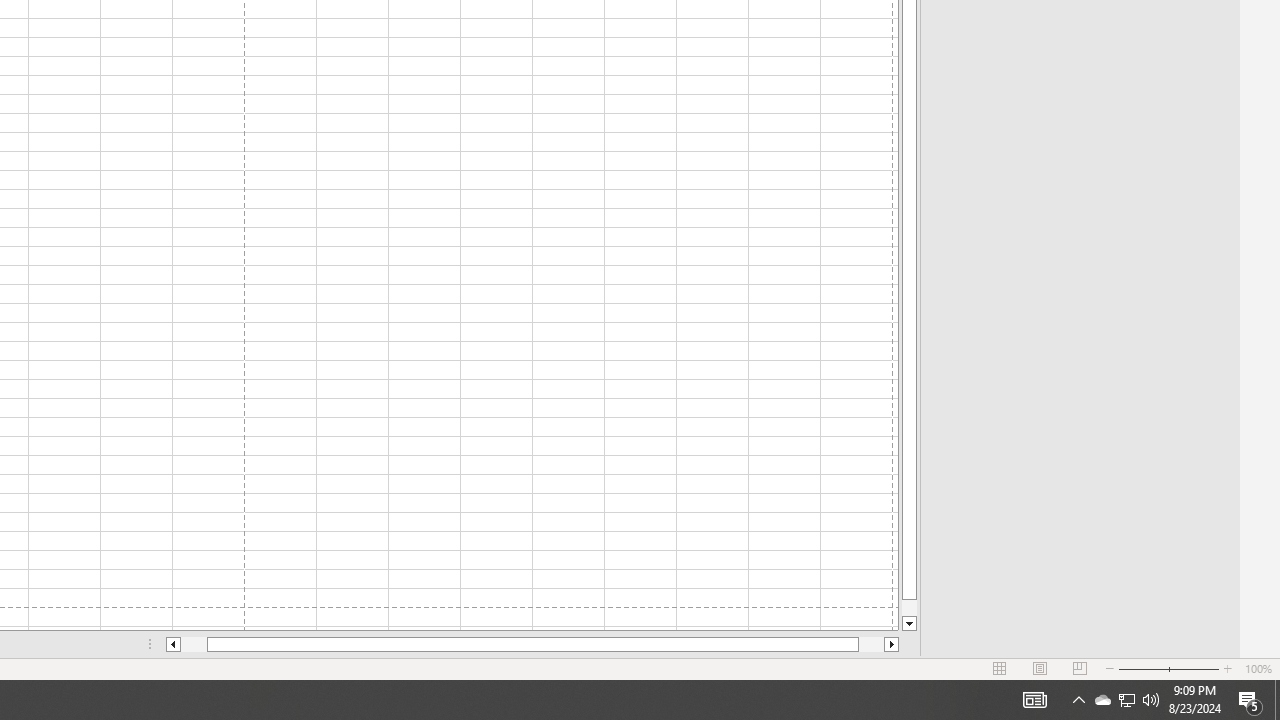 This screenshot has width=1280, height=720. Describe the element at coordinates (908, 607) in the screenshot. I see `'Page down'` at that location.